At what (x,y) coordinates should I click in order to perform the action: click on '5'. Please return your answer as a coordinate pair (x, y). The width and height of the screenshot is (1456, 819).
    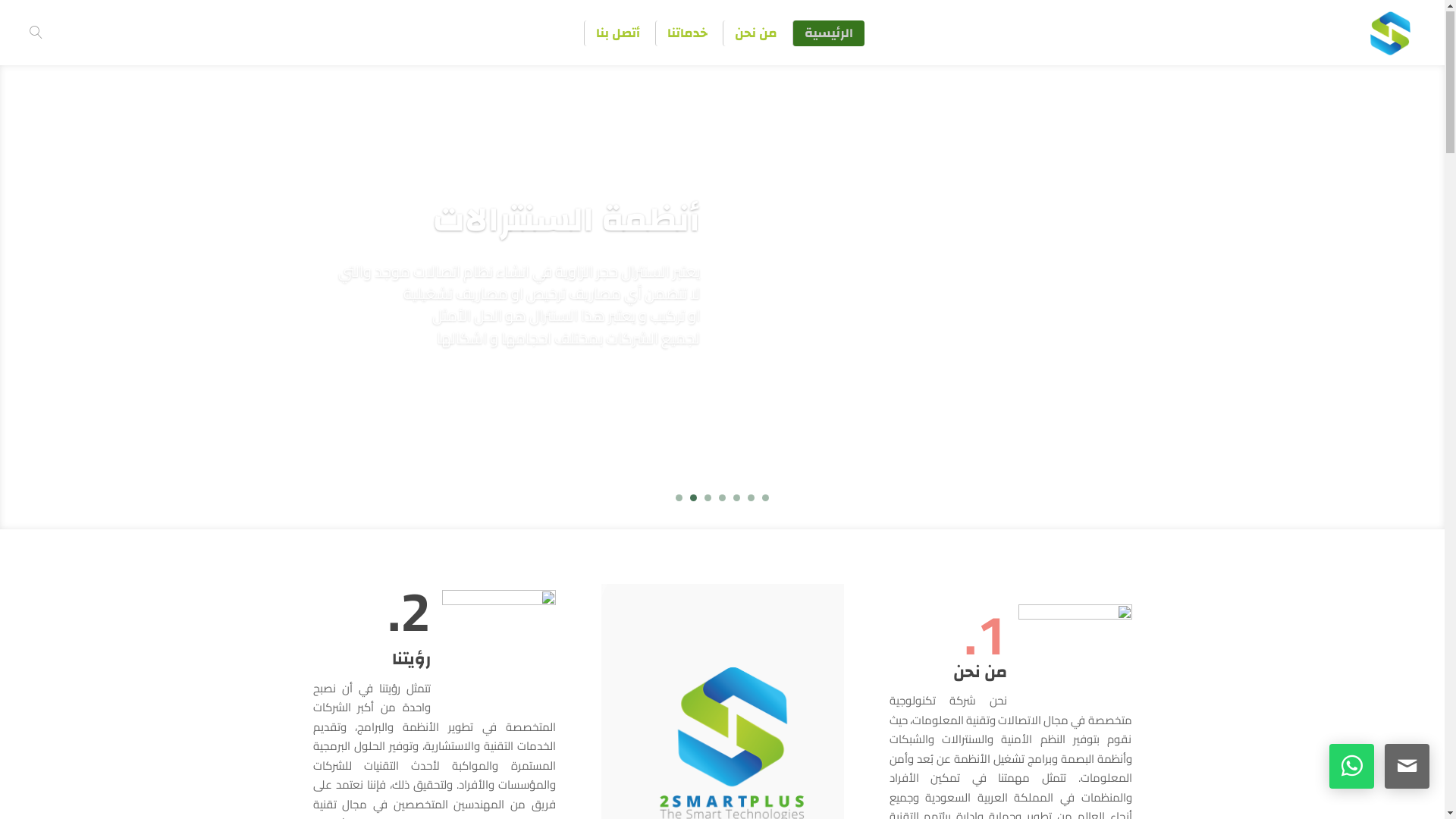
    Looking at the image, I should click on (707, 498).